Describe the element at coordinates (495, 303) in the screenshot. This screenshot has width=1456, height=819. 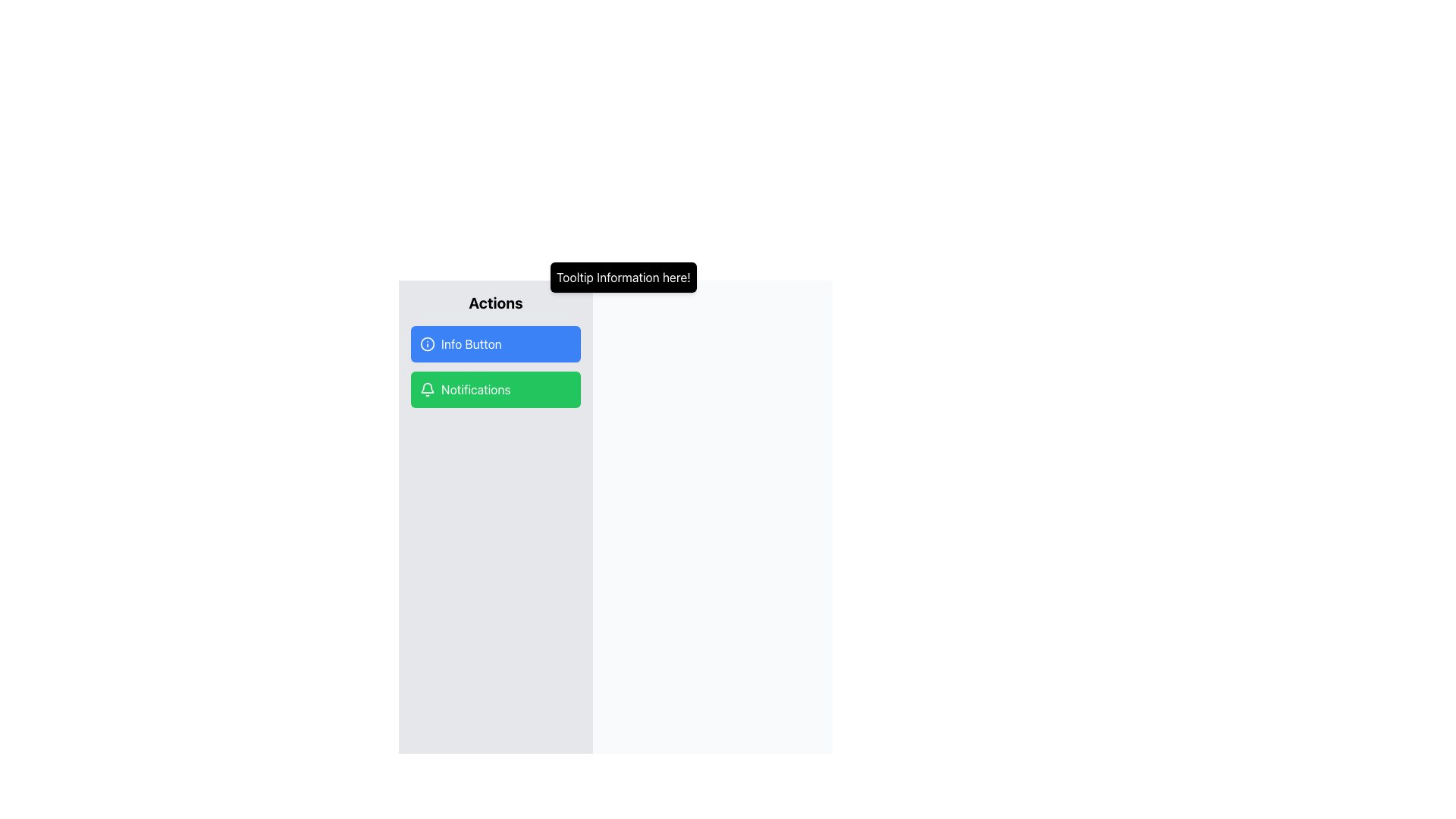
I see `text displayed in the bold 'Actions' label located at the top of the sidebar section` at that location.